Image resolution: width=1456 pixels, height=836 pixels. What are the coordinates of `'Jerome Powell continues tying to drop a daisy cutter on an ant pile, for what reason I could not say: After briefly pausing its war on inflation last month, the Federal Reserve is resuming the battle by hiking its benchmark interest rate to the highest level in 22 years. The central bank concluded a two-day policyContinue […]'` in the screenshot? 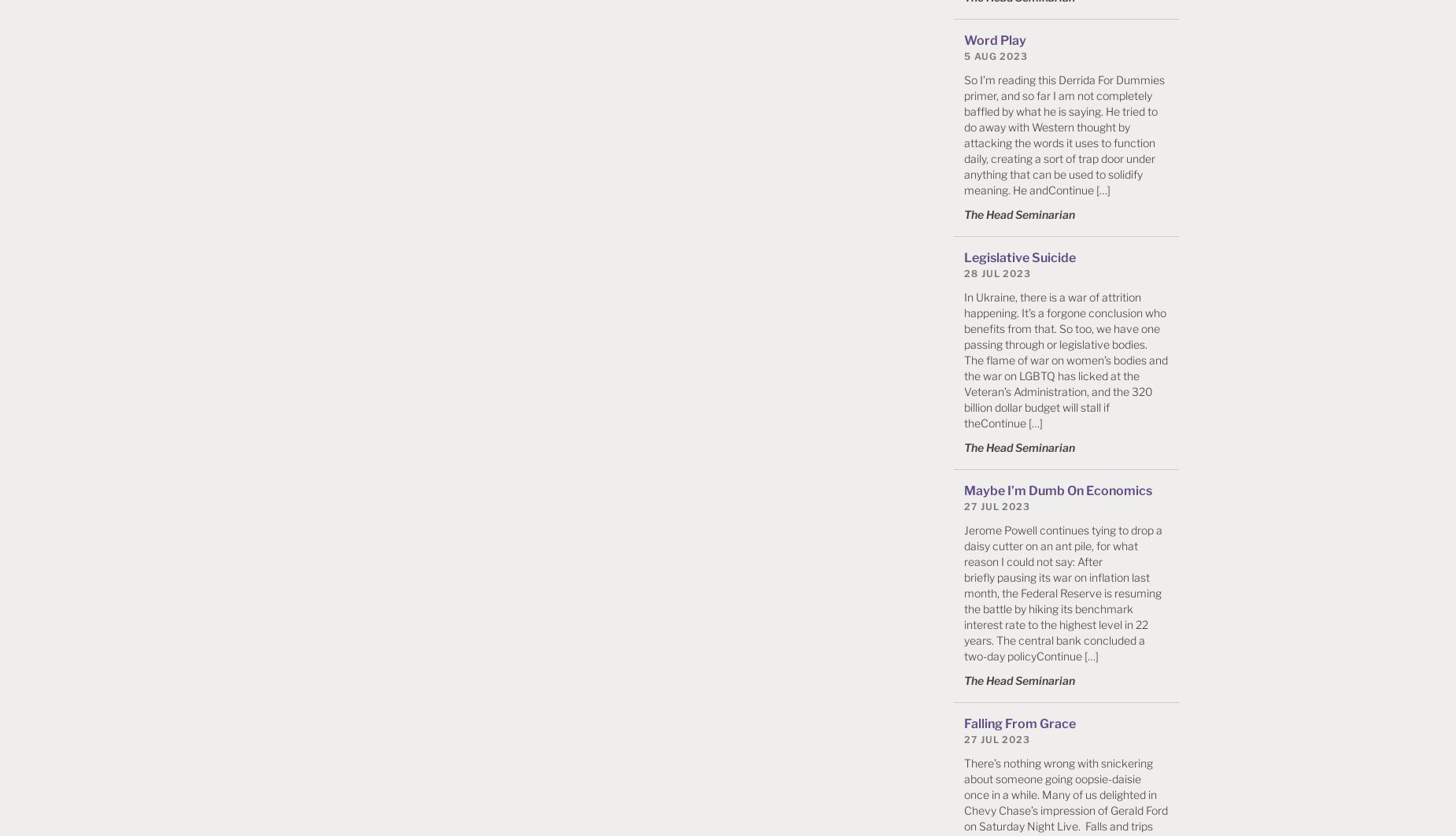 It's located at (1062, 592).